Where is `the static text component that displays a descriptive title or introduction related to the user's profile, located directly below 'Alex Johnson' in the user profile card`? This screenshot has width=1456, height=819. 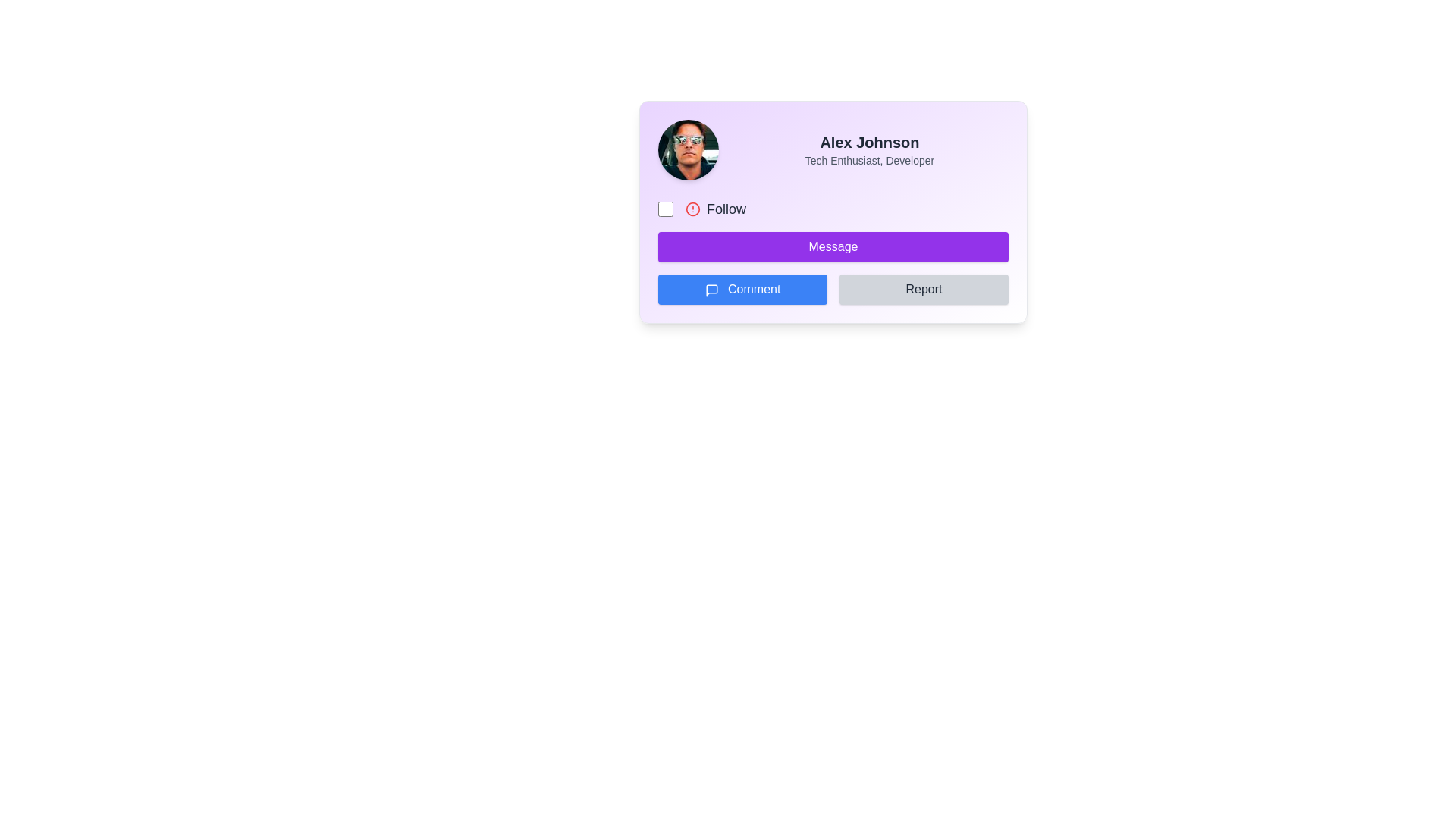 the static text component that displays a descriptive title or introduction related to the user's profile, located directly below 'Alex Johnson' in the user profile card is located at coordinates (870, 161).